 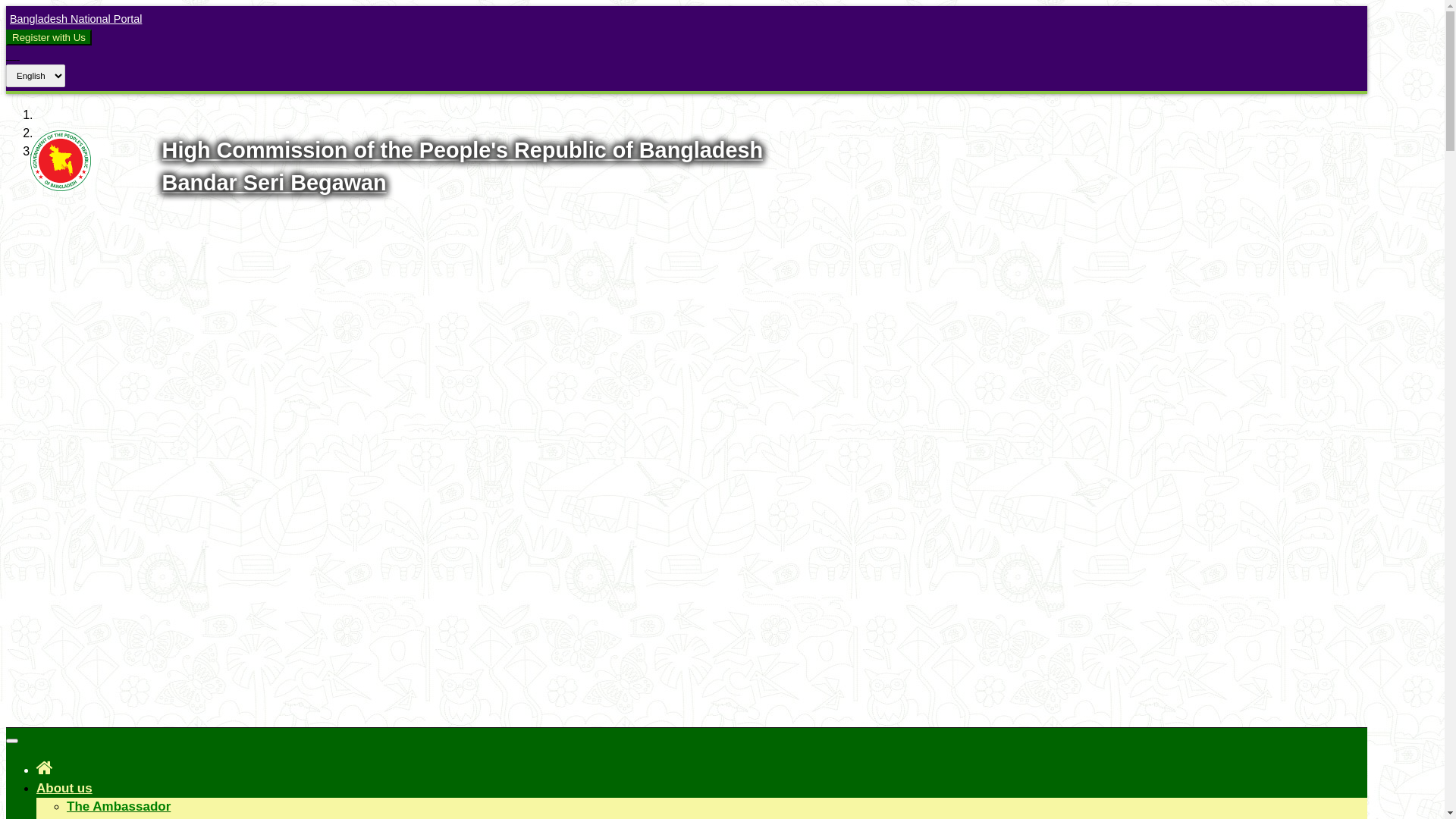 I want to click on 'Register with Us', so click(x=49, y=36).